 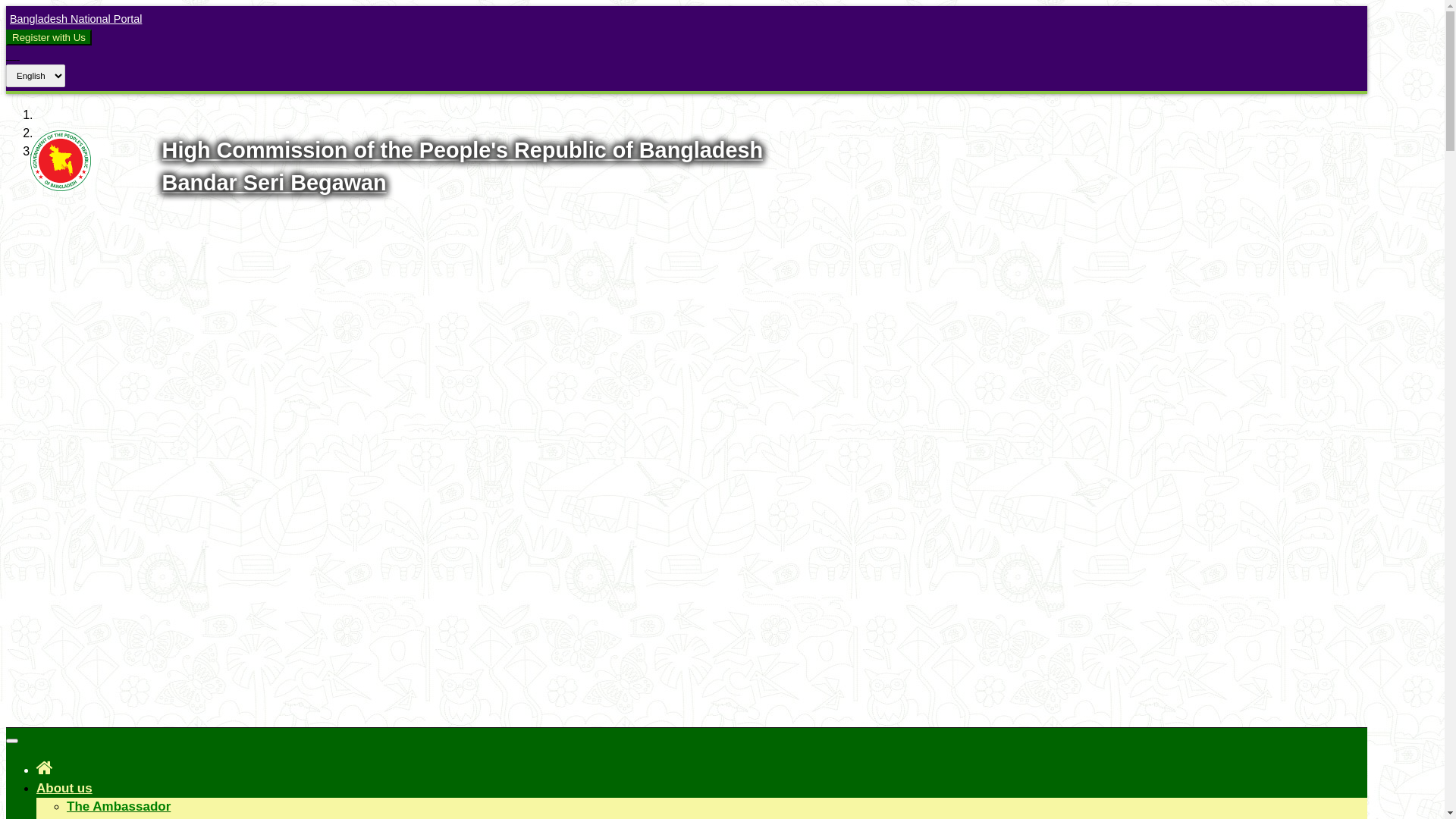 I want to click on 'Register with Us', so click(x=49, y=36).